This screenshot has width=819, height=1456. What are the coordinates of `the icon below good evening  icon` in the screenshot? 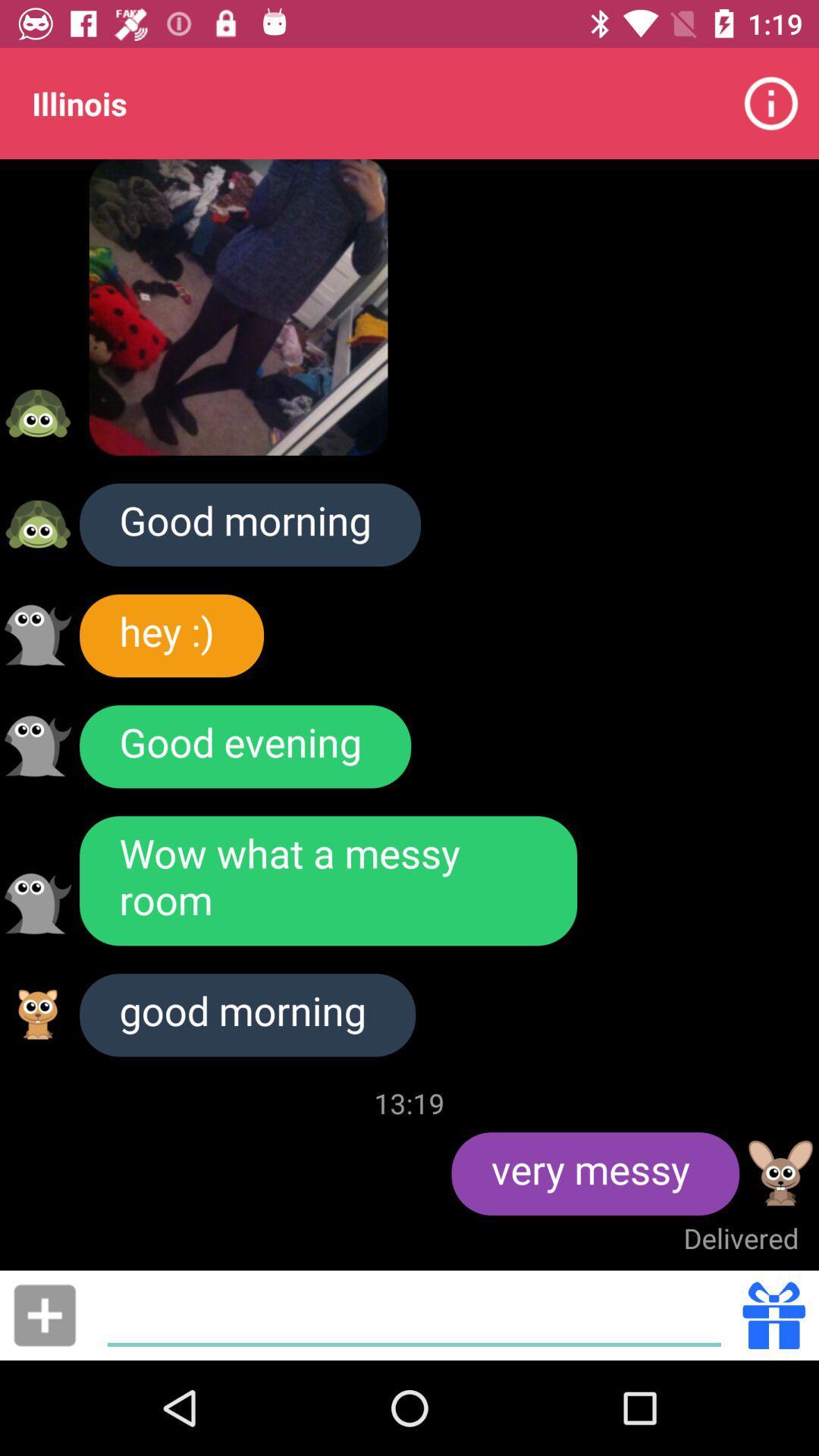 It's located at (328, 880).